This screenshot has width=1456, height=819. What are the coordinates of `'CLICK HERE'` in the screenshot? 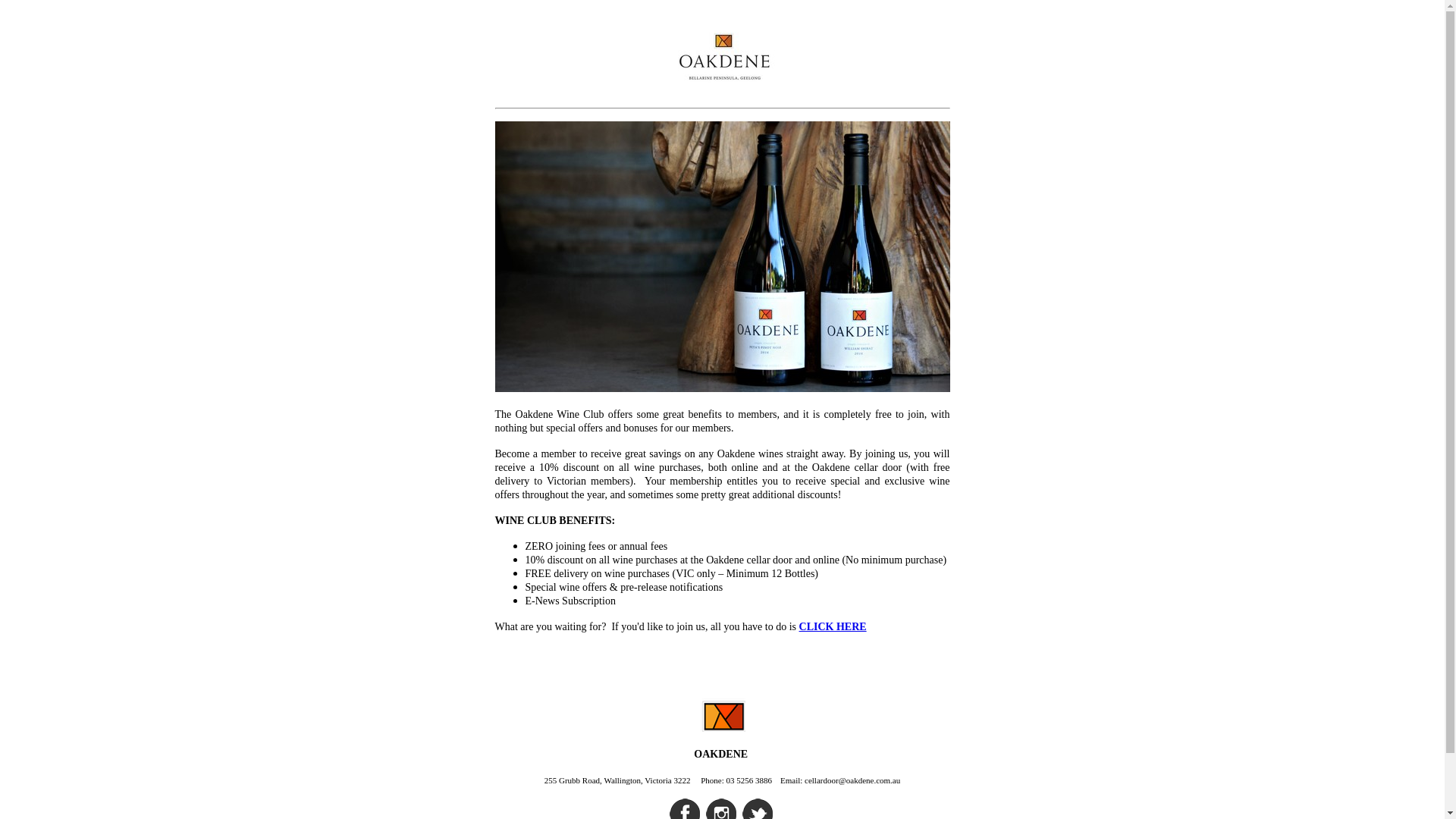 It's located at (799, 626).